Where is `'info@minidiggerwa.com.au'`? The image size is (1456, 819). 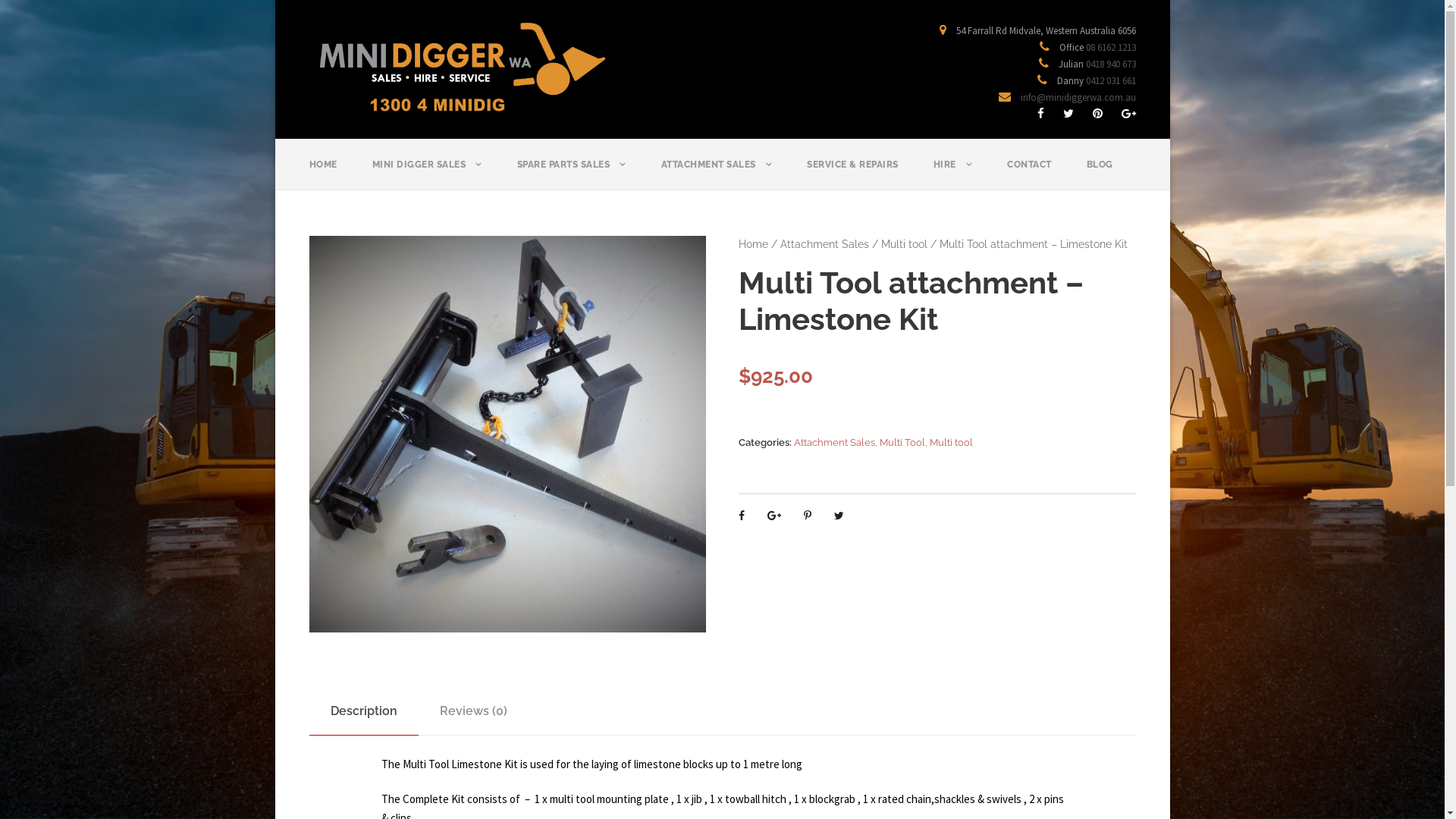 'info@minidiggerwa.com.au' is located at coordinates (1077, 97).